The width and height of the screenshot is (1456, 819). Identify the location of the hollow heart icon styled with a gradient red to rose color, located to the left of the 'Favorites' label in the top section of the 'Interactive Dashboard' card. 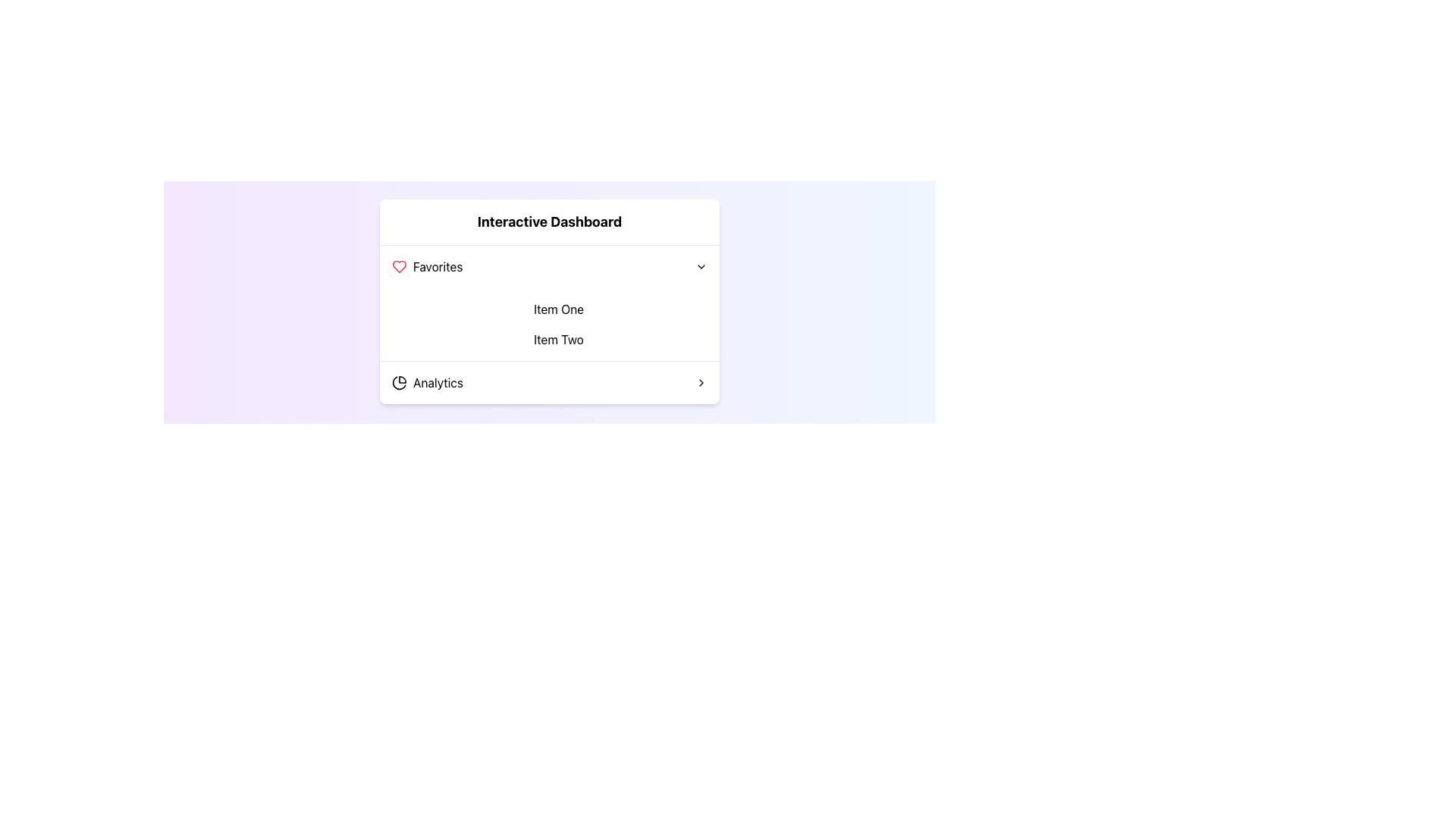
(400, 265).